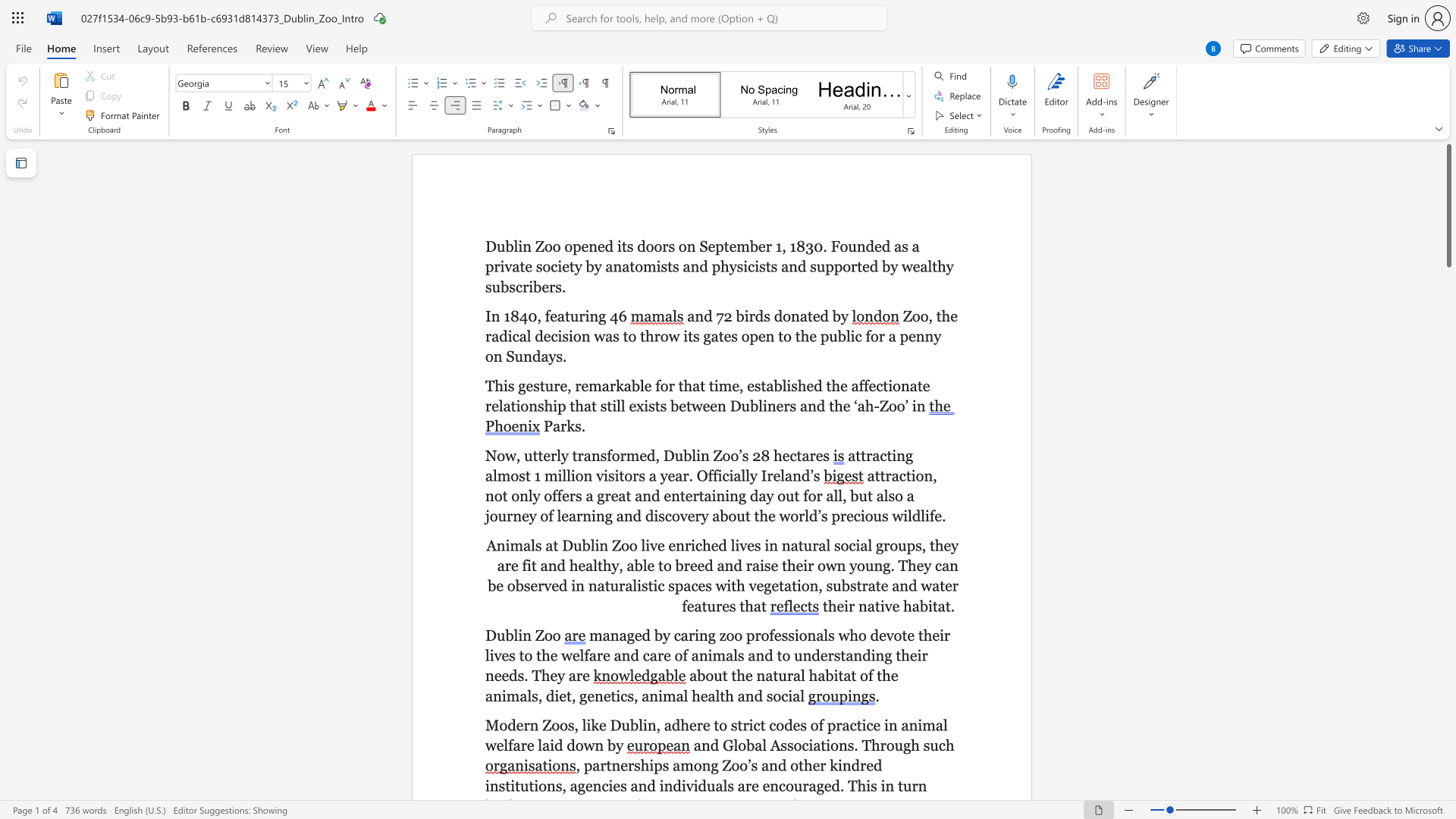  Describe the element at coordinates (510, 635) in the screenshot. I see `the 1th character "b" in the text` at that location.